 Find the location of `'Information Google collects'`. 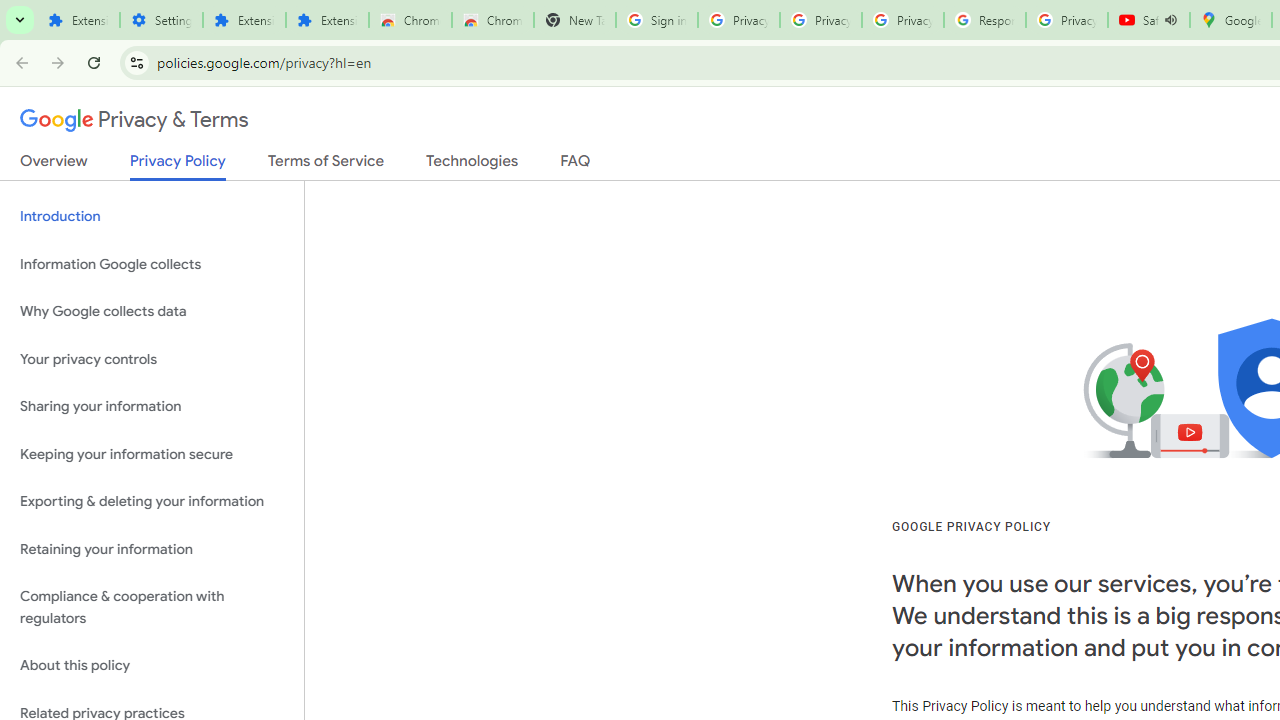

'Information Google collects' is located at coordinates (151, 263).